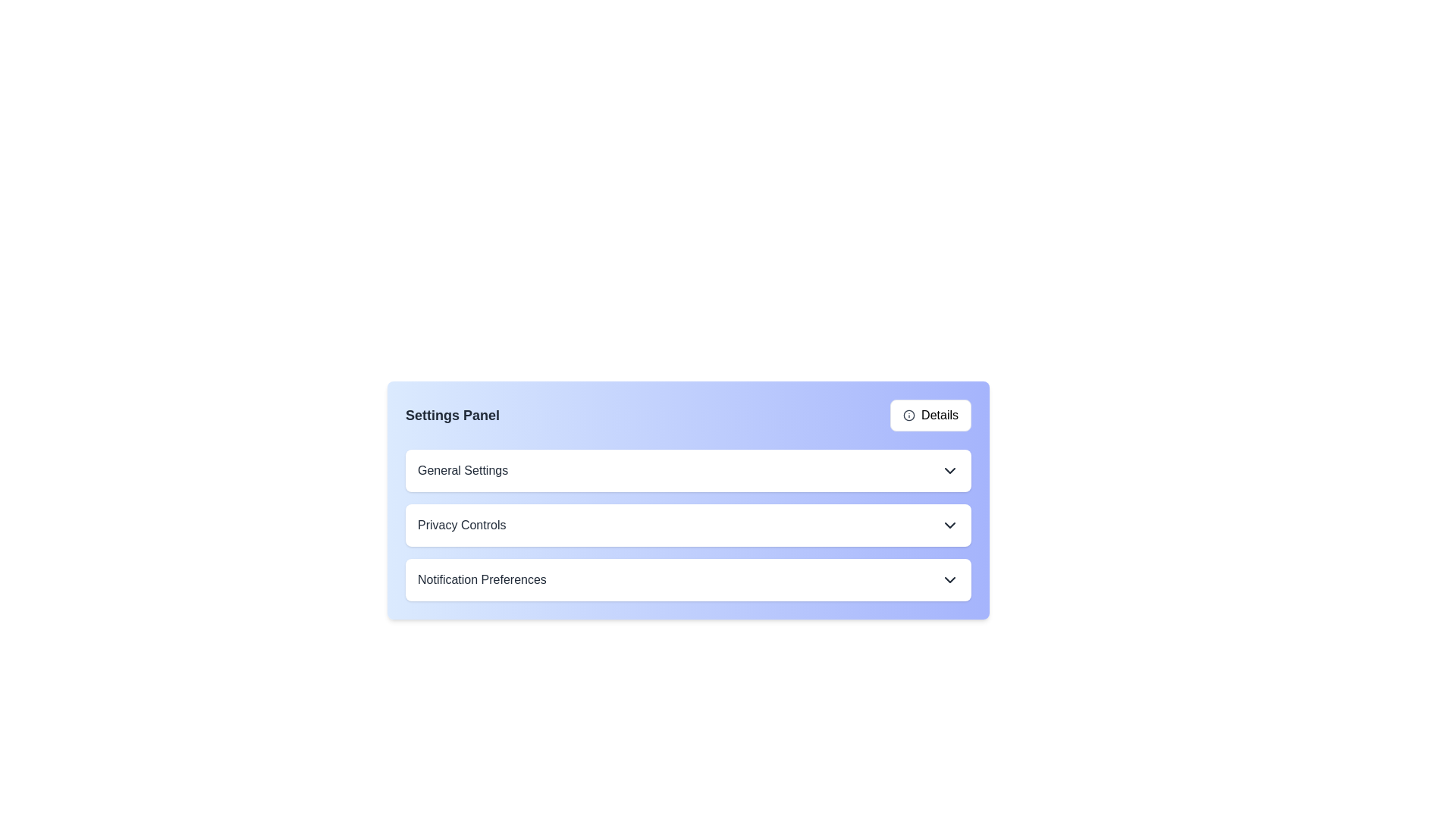  Describe the element at coordinates (949, 579) in the screenshot. I see `the small downward-pointing chevron icon on the right side of the 'Notification Preferences' section` at that location.